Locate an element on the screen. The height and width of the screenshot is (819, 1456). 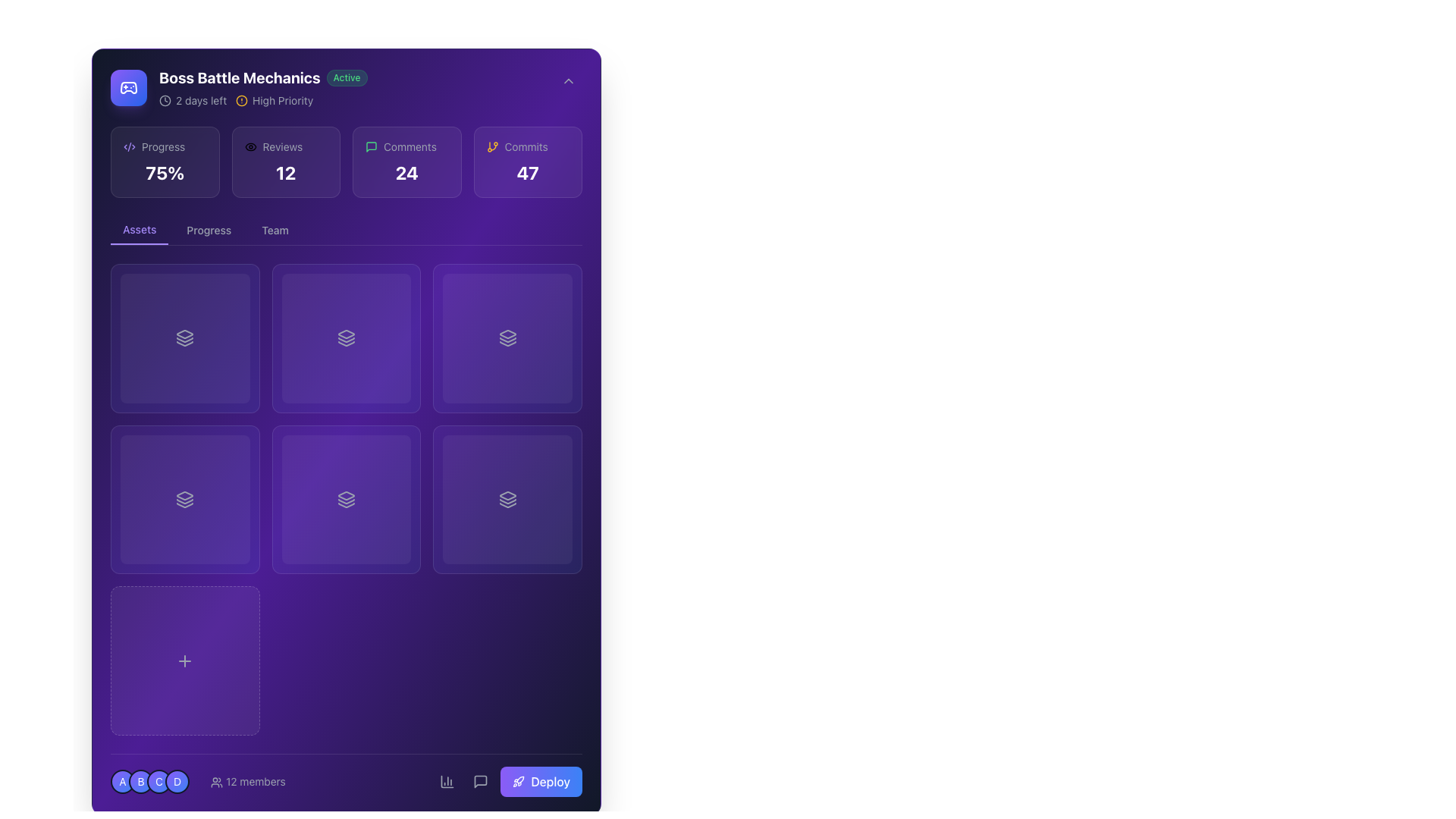
the SVG icon depicting a group of users, which has a white outline on a purple background, located to the left of the '12 members' text in the footer section is located at coordinates (216, 783).